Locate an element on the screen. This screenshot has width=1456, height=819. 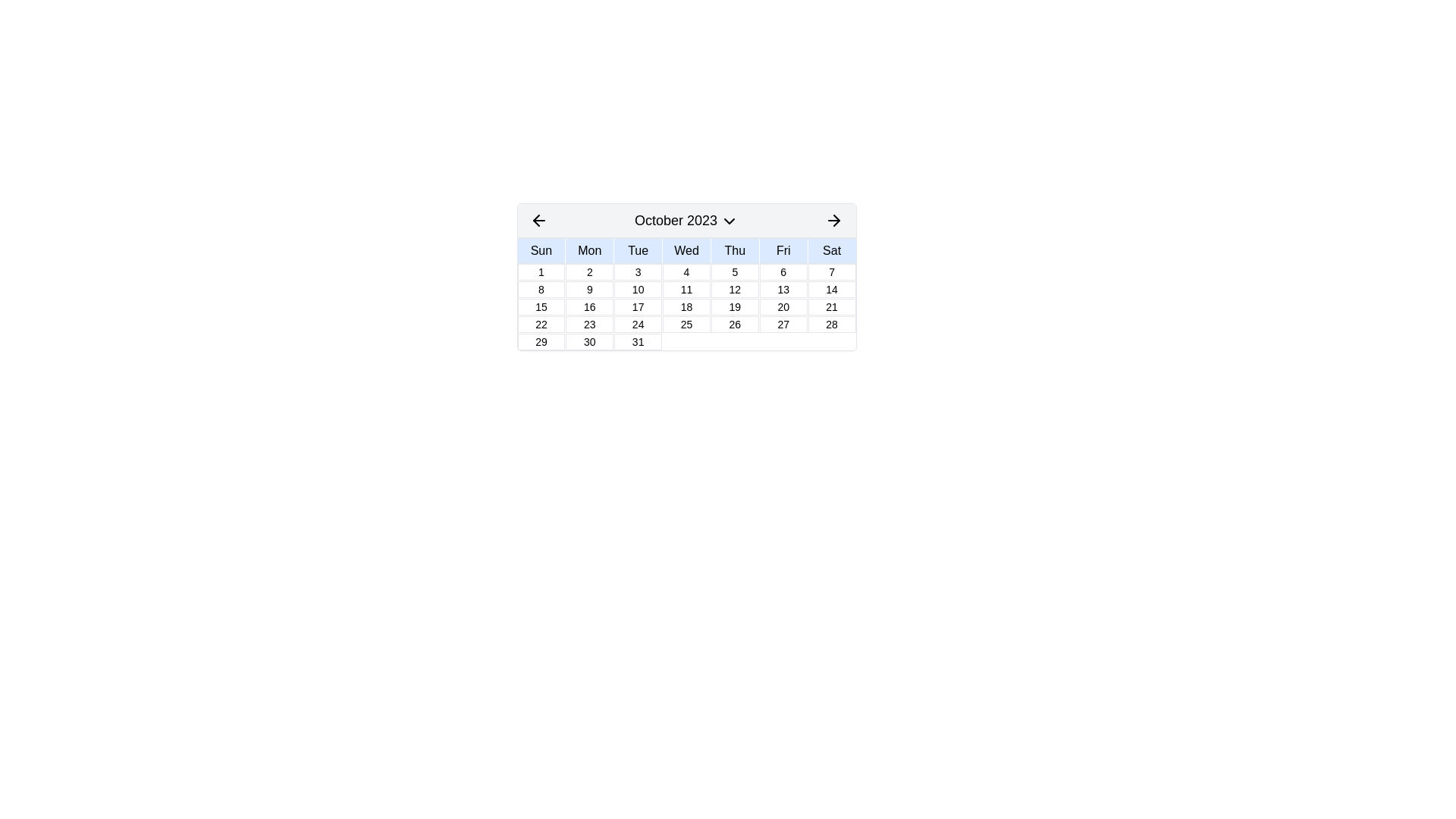
the Static Text Label displaying 'Sat' with a blue background, located at the far right of the weekly view row is located at coordinates (831, 250).